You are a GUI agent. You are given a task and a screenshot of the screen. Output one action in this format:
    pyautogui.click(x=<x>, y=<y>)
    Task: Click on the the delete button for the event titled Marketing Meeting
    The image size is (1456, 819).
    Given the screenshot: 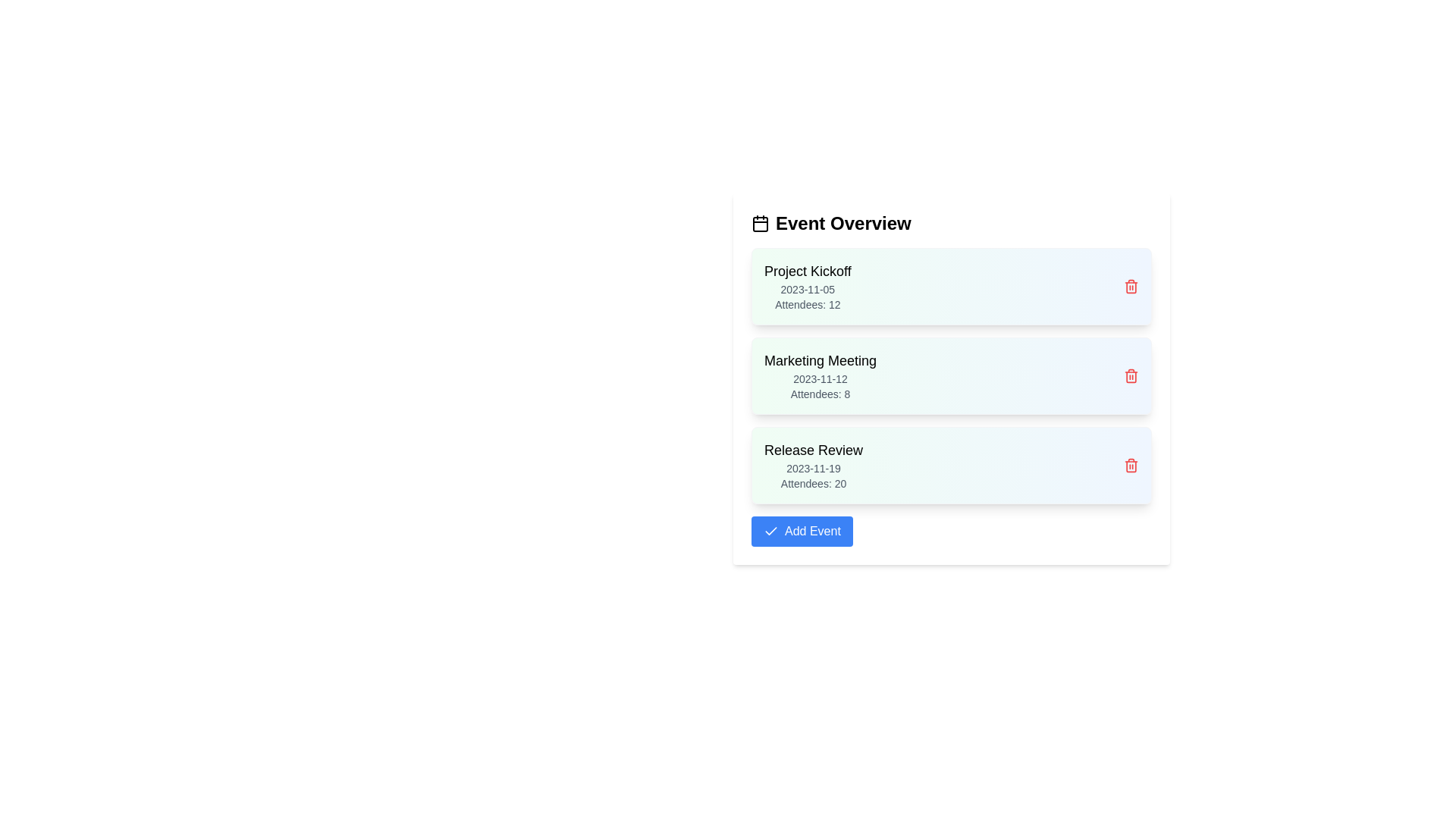 What is the action you would take?
    pyautogui.click(x=1131, y=375)
    